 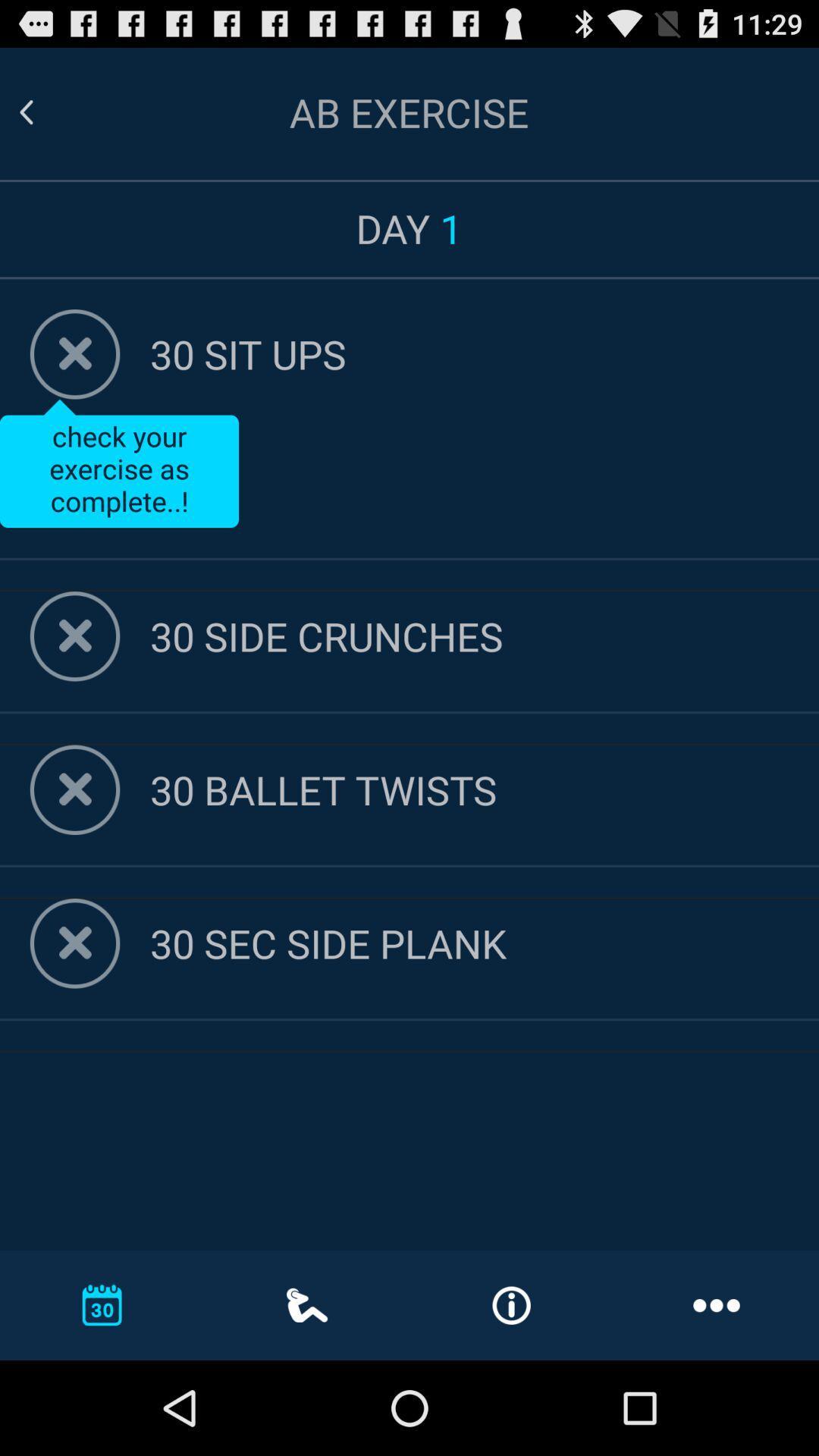 What do you see at coordinates (44, 111) in the screenshot?
I see `previous` at bounding box center [44, 111].